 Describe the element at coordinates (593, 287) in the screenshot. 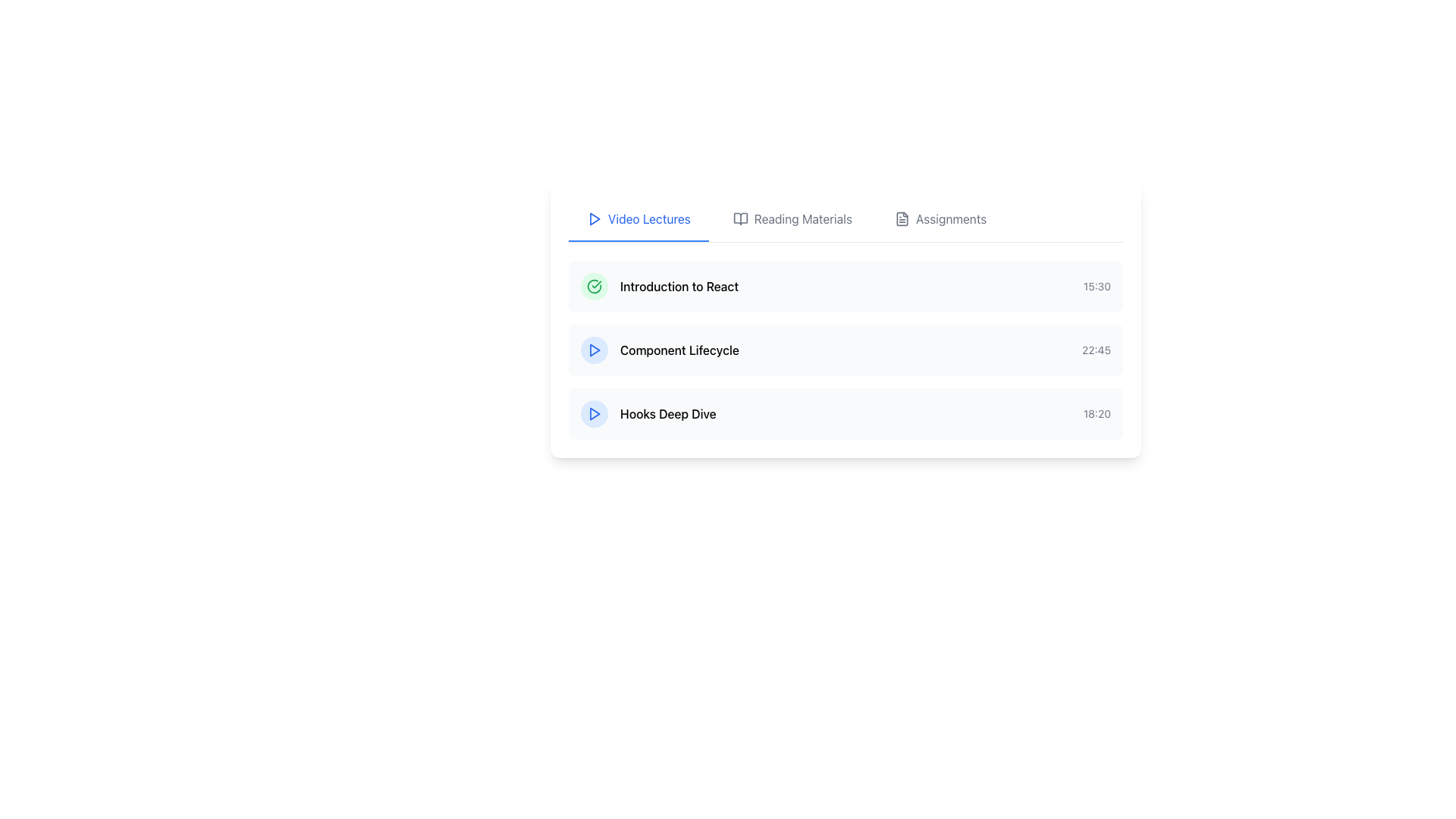

I see `the visual status indicator icon located to the left of the text 'Introduction to React' to indicate its completion status` at that location.